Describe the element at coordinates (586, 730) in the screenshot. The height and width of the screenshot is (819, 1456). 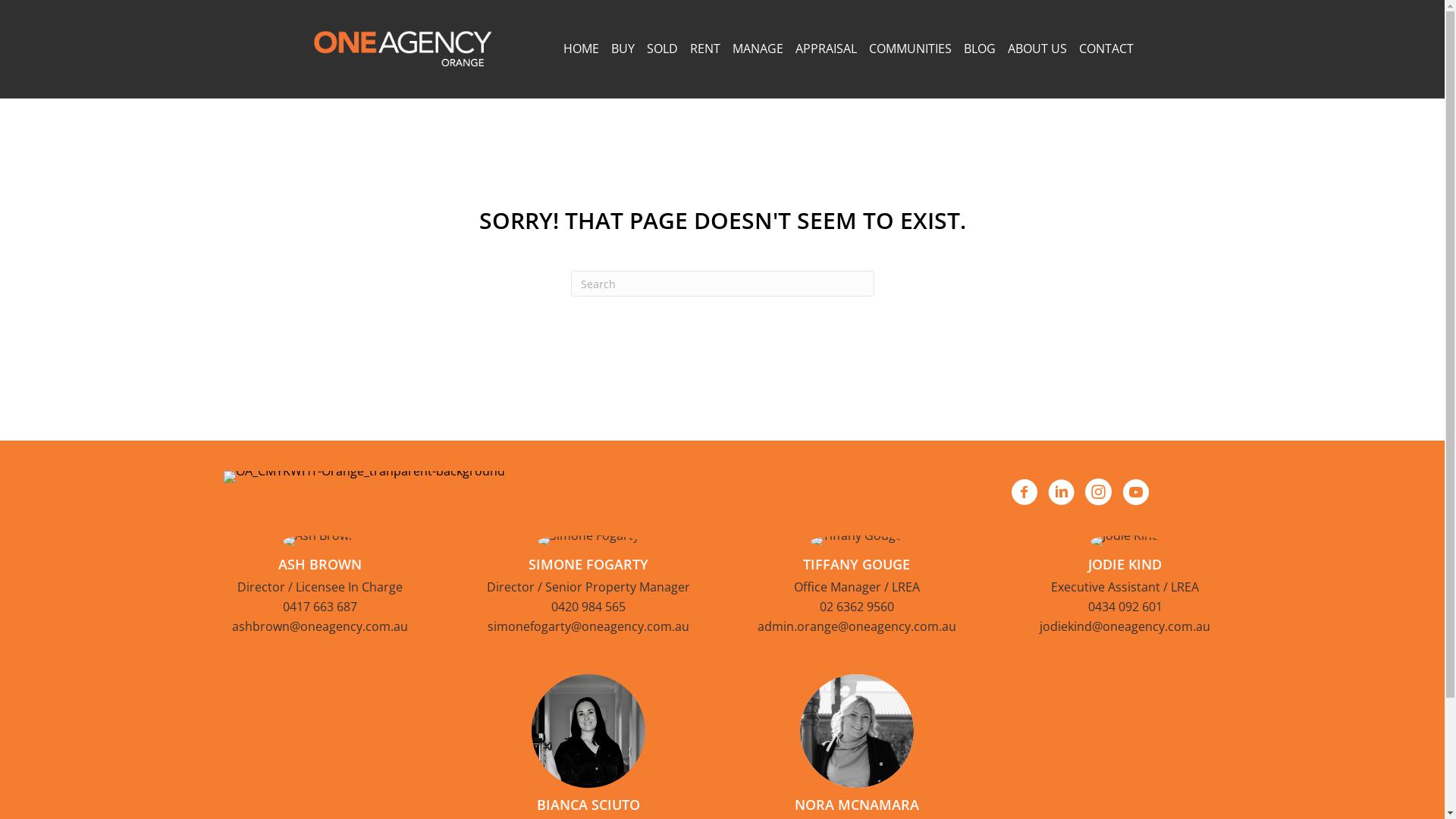
I see `'bianca-sciuto'` at that location.